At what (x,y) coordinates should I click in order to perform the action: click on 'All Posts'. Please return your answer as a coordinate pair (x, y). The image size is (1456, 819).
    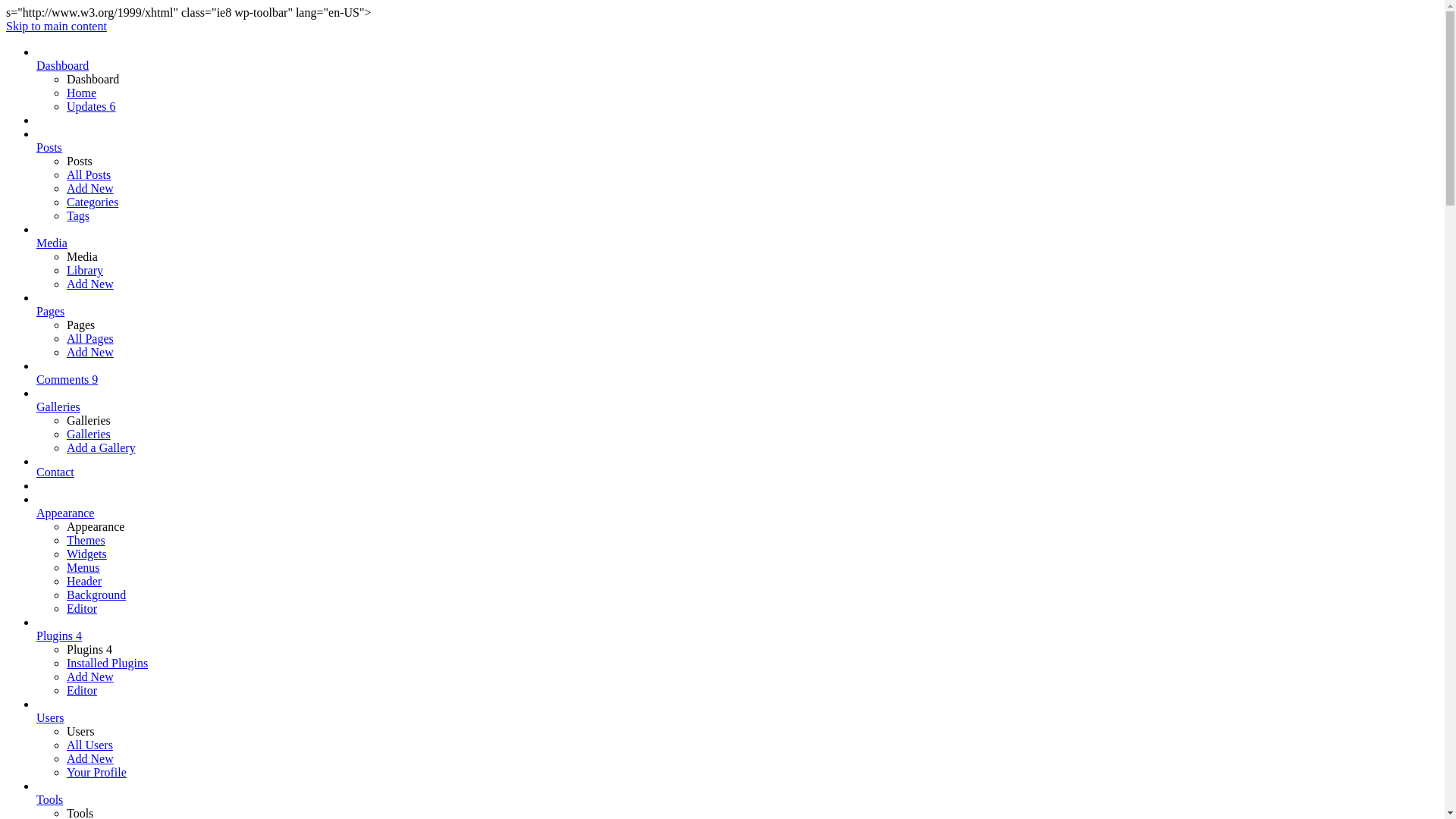
    Looking at the image, I should click on (87, 174).